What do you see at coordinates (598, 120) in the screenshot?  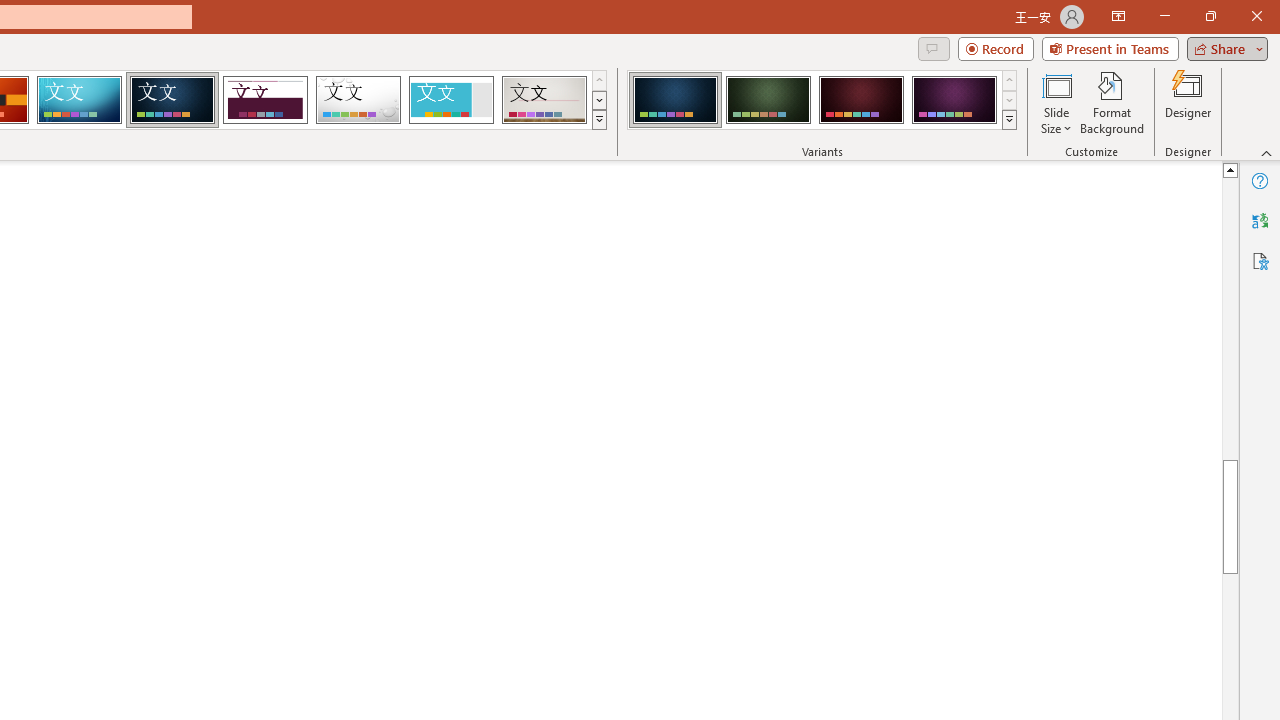 I see `'Themes'` at bounding box center [598, 120].